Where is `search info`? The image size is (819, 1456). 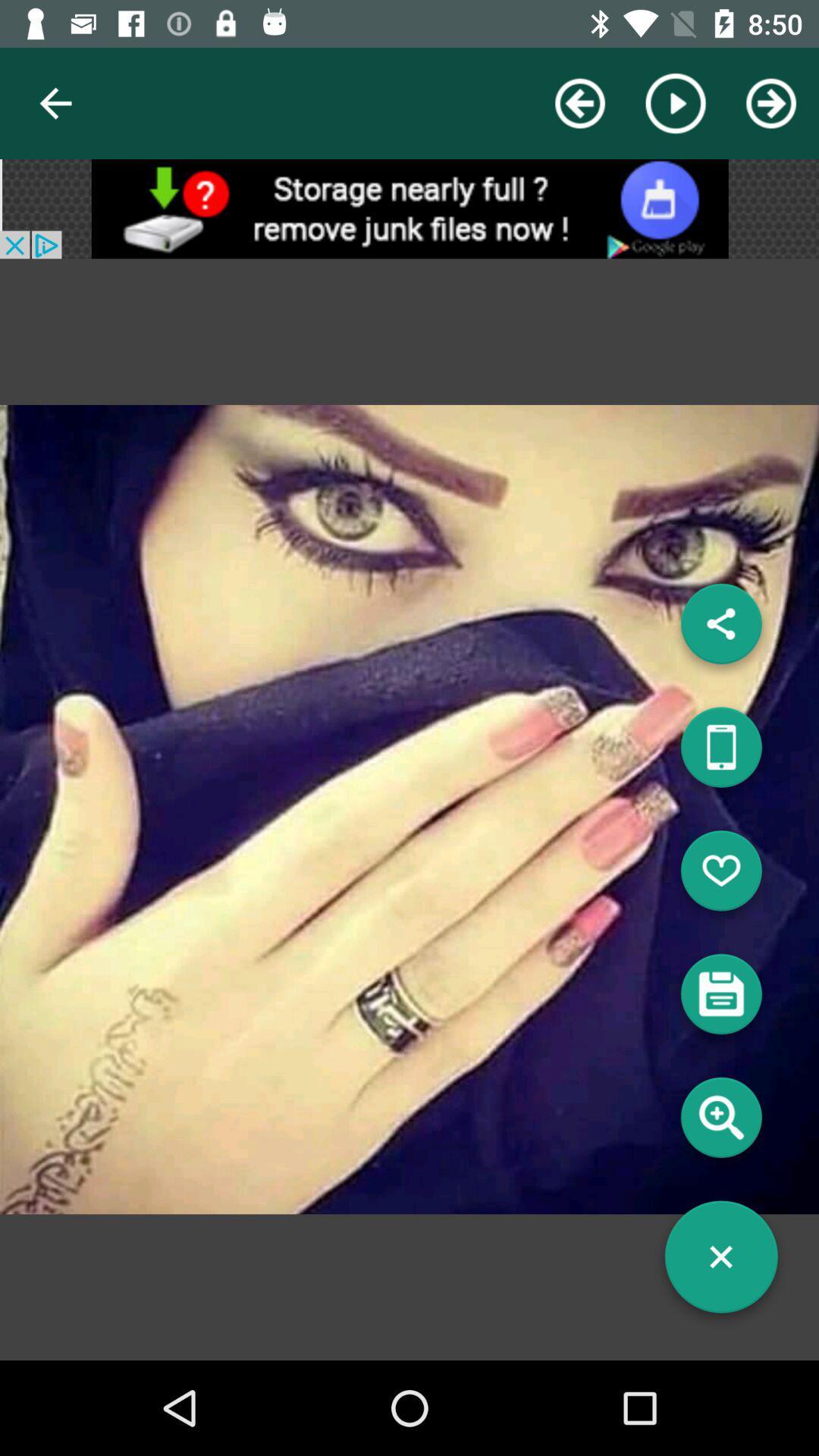
search info is located at coordinates (720, 1123).